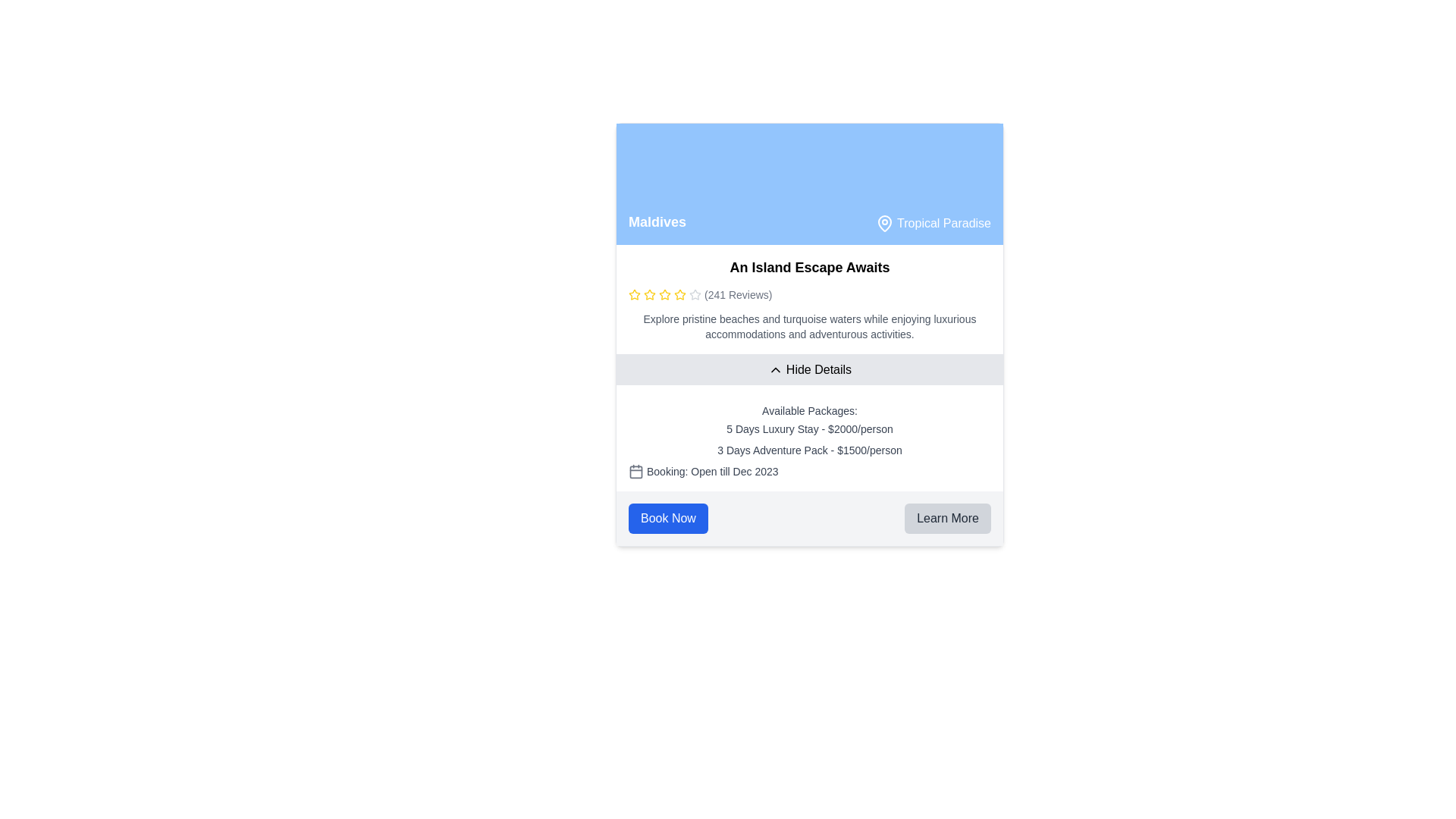  Describe the element at coordinates (775, 370) in the screenshot. I see `the icon located on the left side of the 'Hide Details' button, which is positioned at the top-center region of the interface` at that location.